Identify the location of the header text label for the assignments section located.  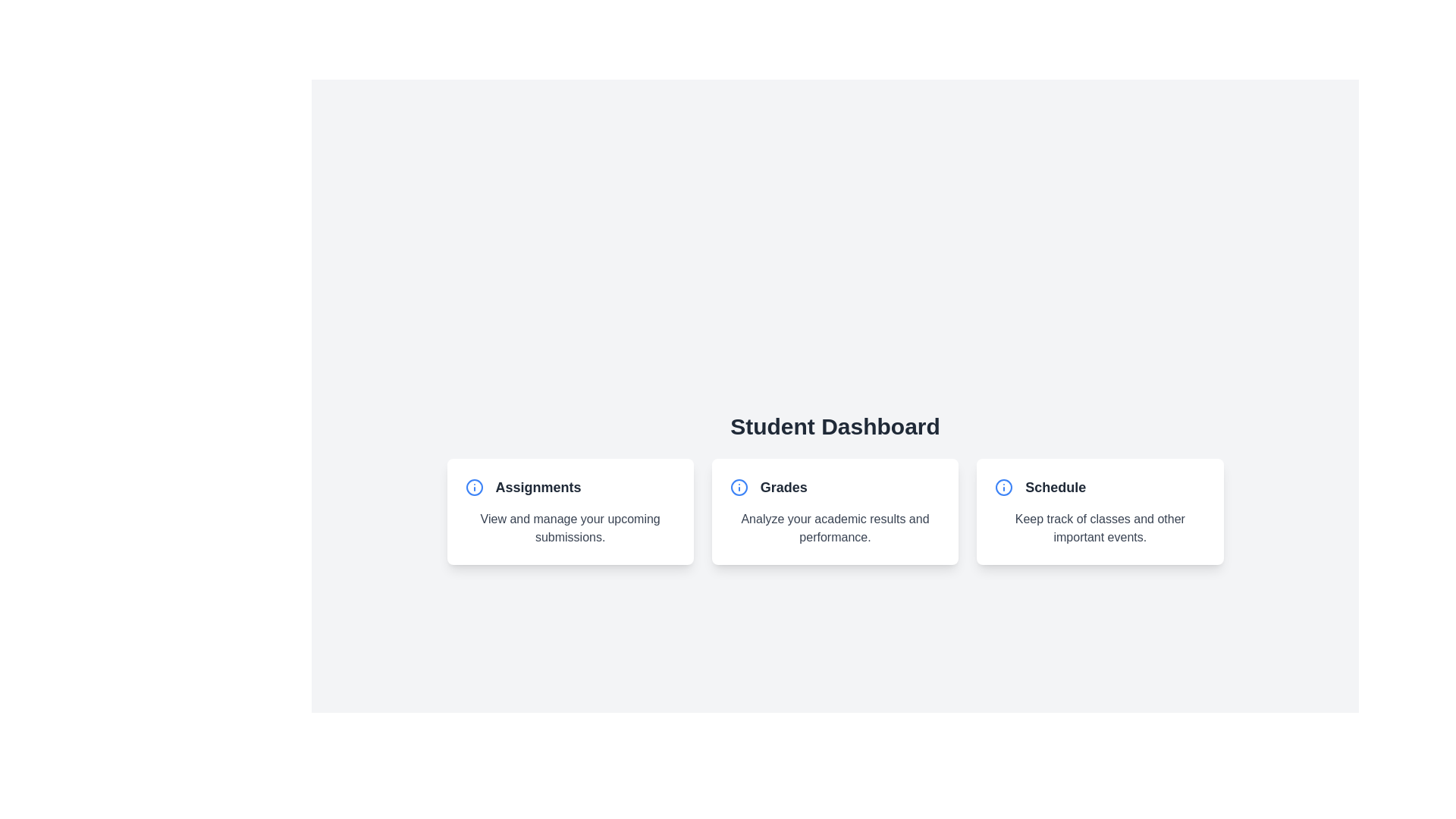
(538, 488).